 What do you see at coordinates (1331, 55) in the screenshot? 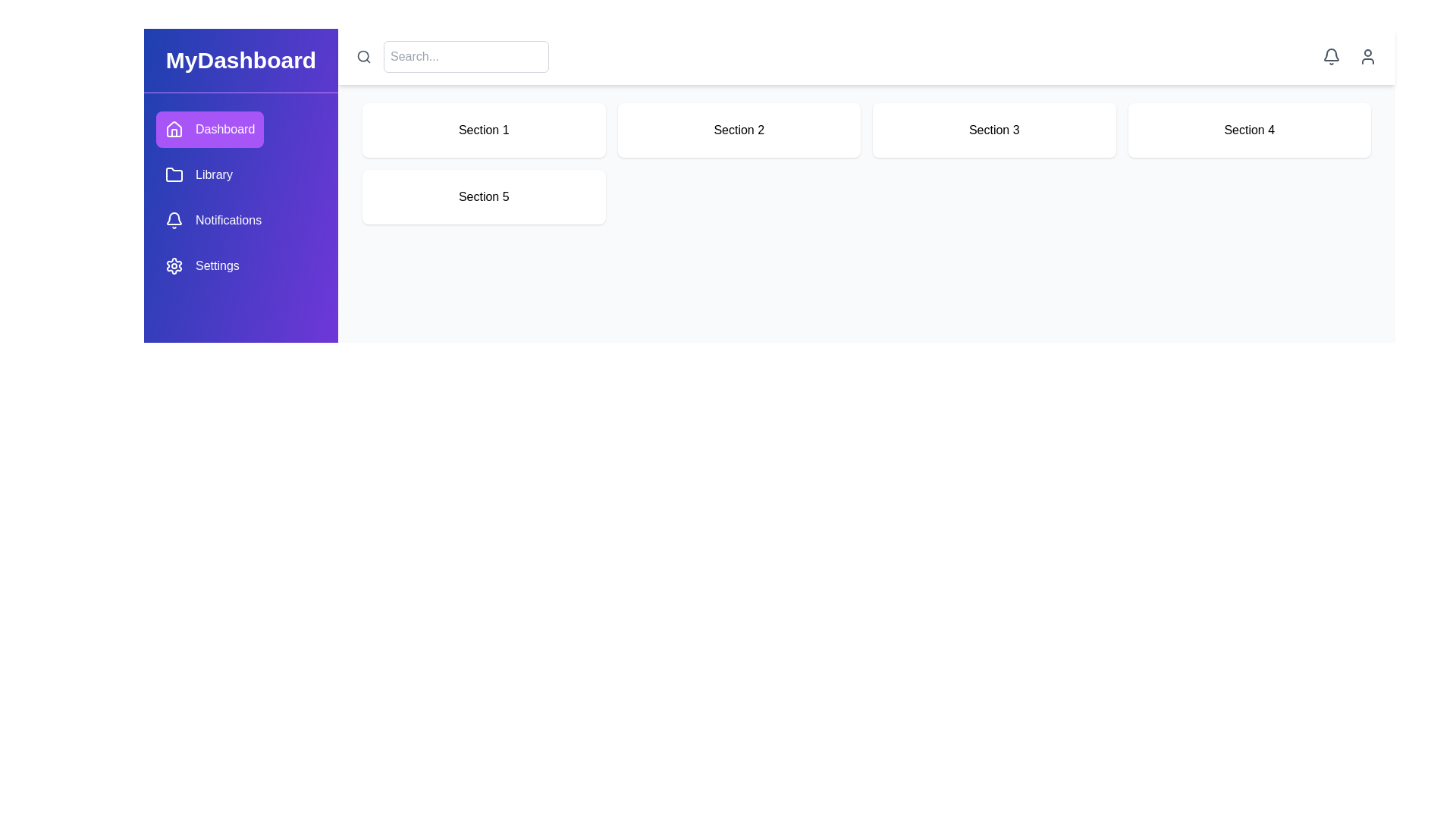
I see `the notification bell icon located in the top right corner of the interface` at bounding box center [1331, 55].